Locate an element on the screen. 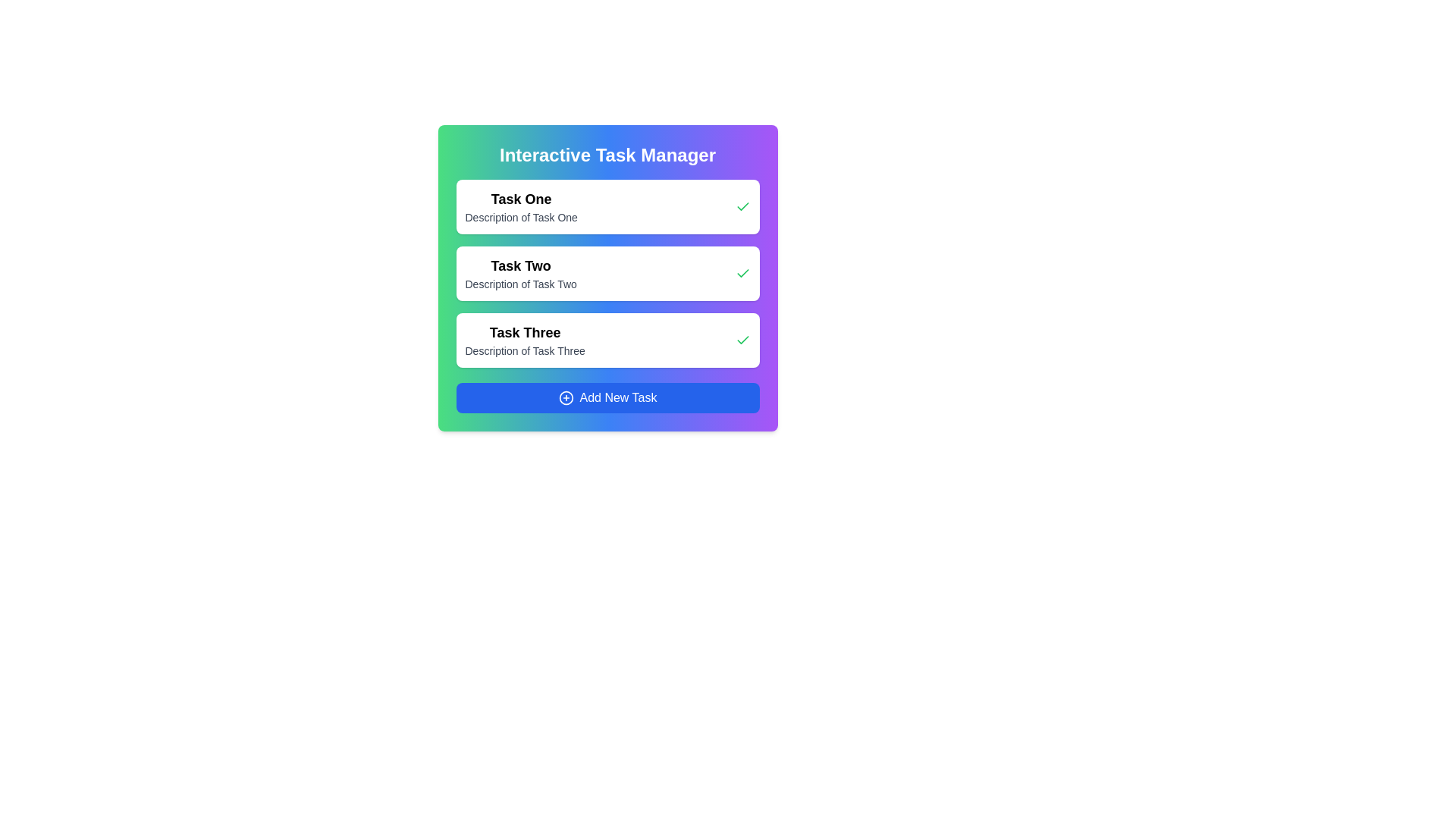 The height and width of the screenshot is (819, 1456). the text block labeled 'Task Two' is located at coordinates (521, 274).